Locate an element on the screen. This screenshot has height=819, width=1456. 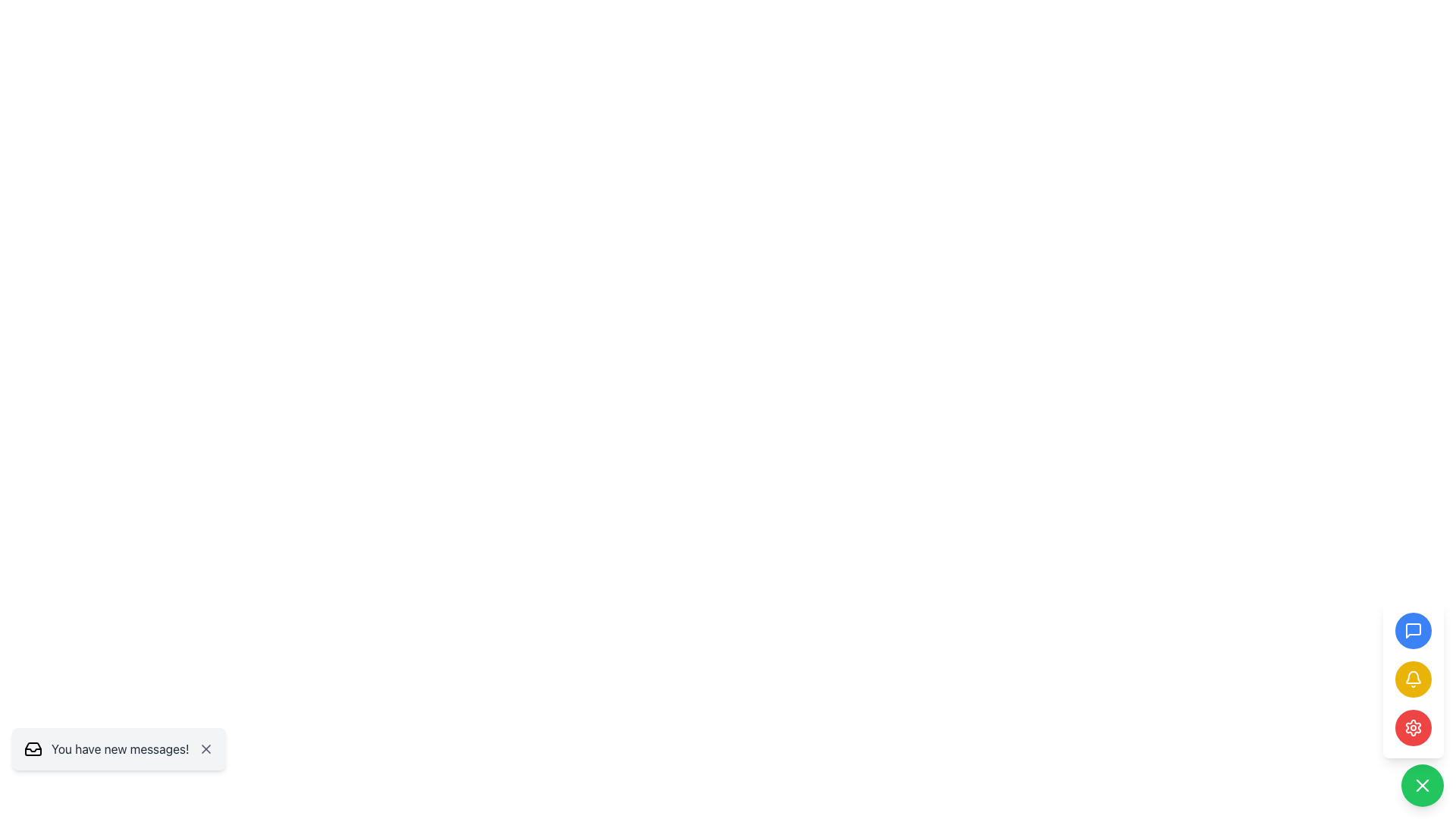
the closure icon represented by an 'X' symbol located in the bottom-right corner of the interface is located at coordinates (205, 748).